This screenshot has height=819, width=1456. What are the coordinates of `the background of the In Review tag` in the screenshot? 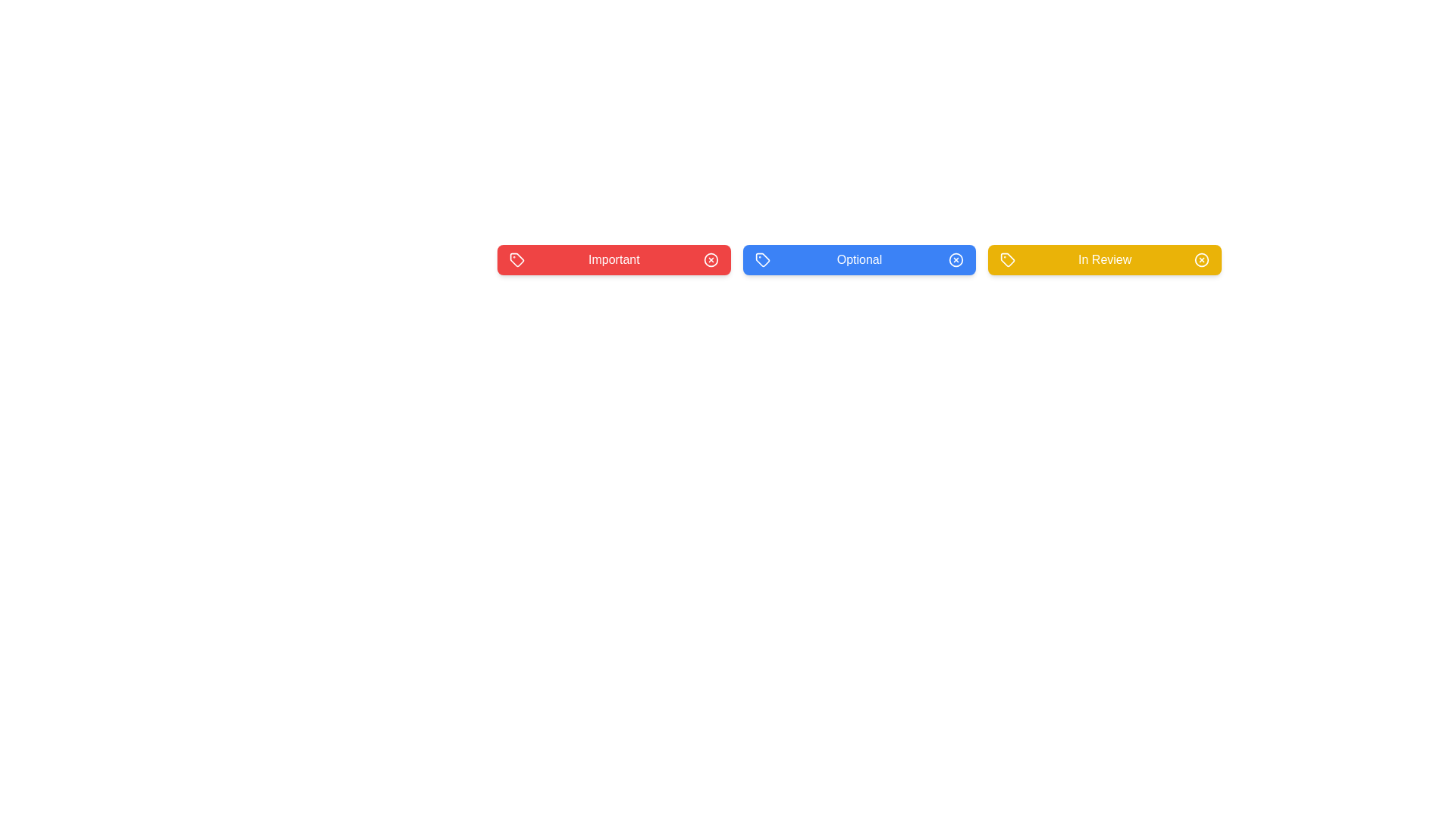 It's located at (1105, 259).